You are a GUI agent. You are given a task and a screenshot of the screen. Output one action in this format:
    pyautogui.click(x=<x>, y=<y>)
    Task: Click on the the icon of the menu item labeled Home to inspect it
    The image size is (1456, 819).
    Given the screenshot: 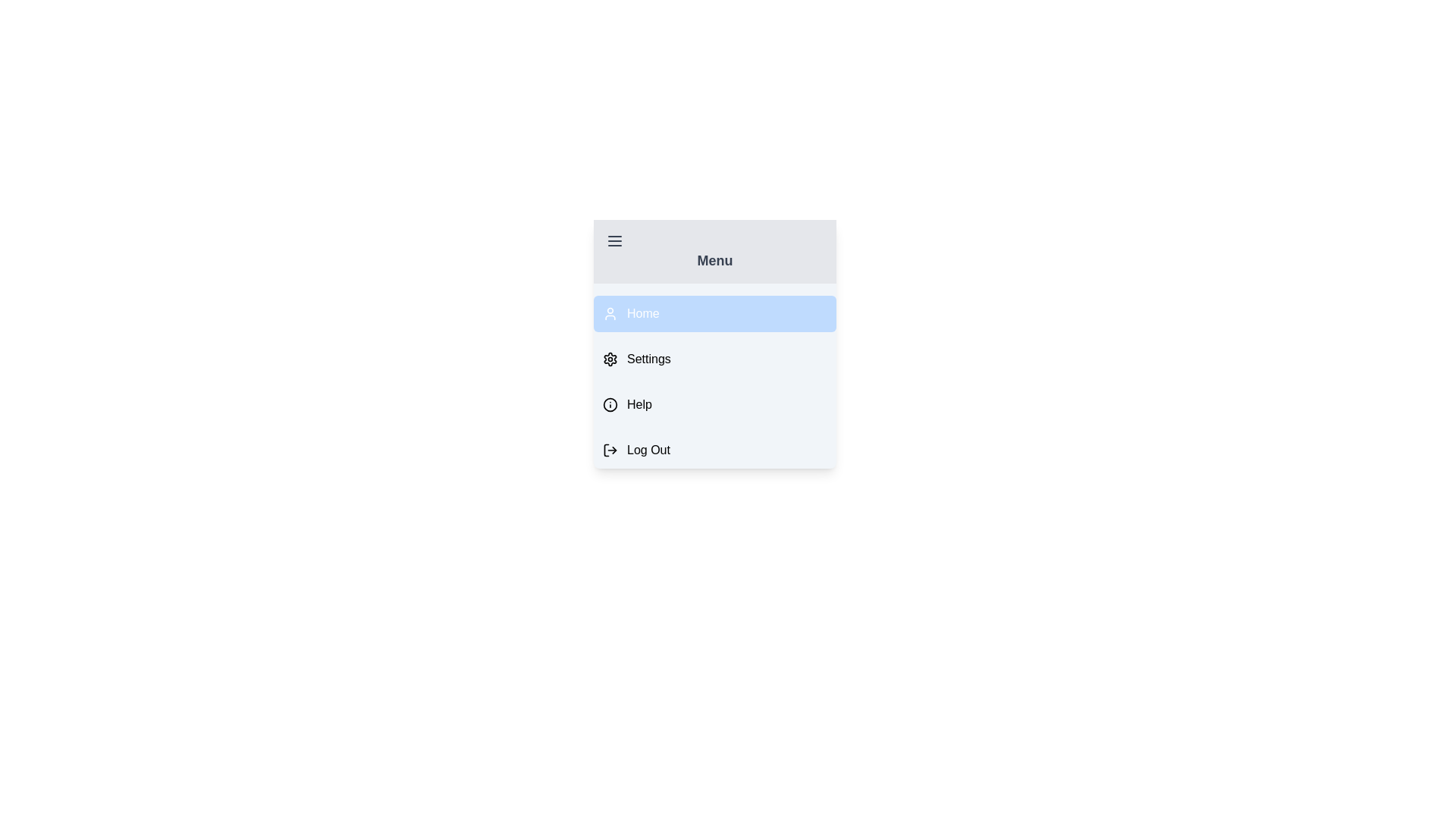 What is the action you would take?
    pyautogui.click(x=610, y=312)
    